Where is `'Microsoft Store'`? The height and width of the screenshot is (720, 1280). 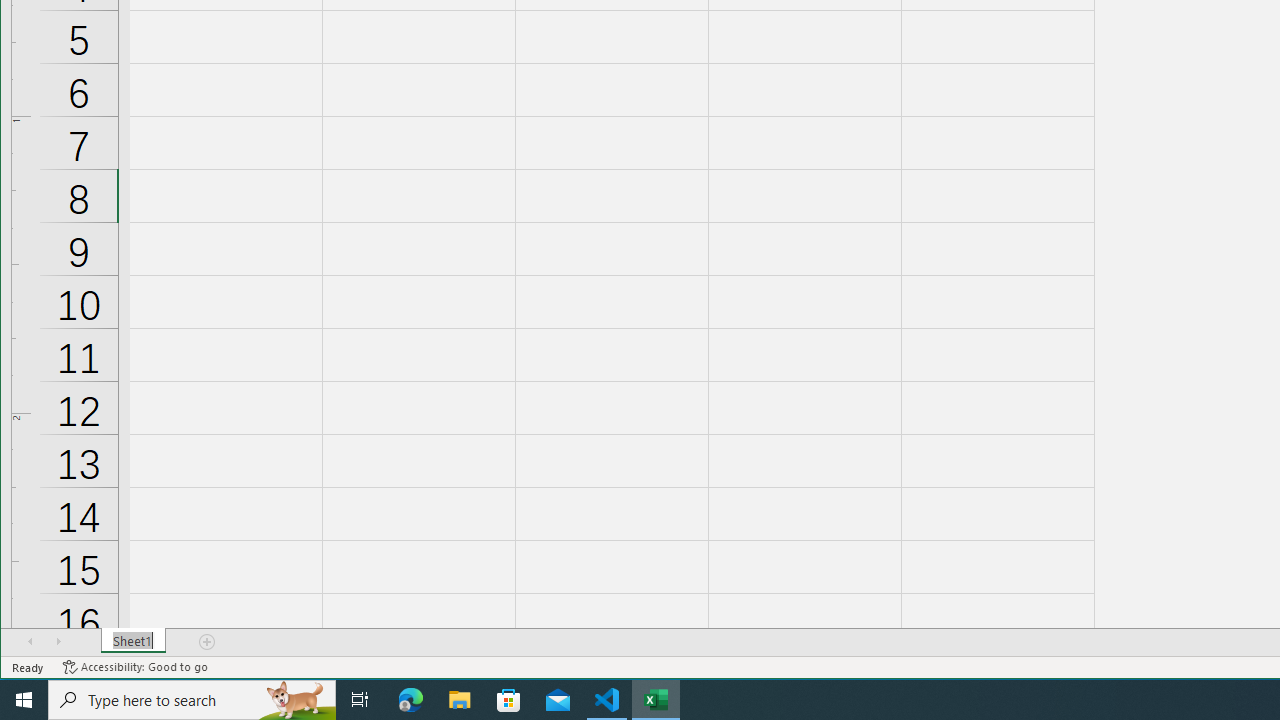 'Microsoft Store' is located at coordinates (509, 698).